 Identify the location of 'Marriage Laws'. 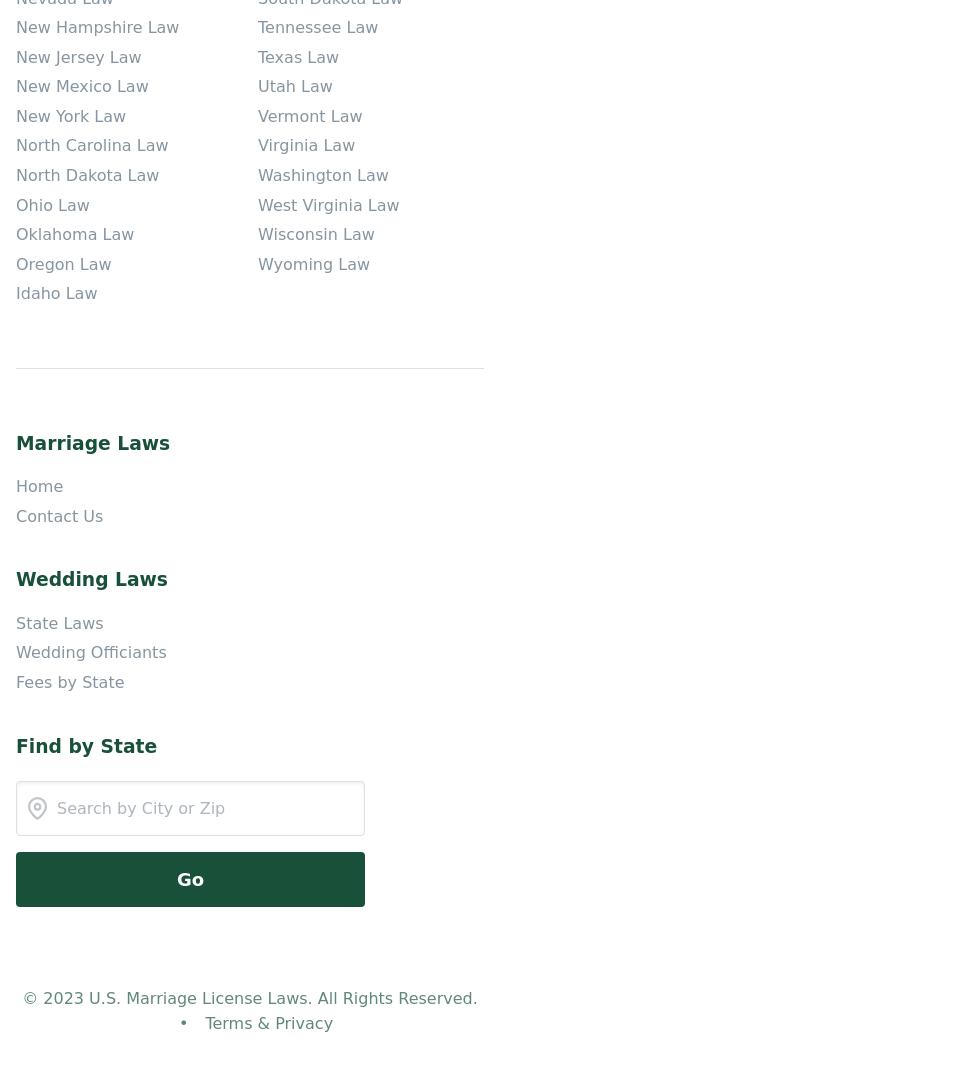
(93, 441).